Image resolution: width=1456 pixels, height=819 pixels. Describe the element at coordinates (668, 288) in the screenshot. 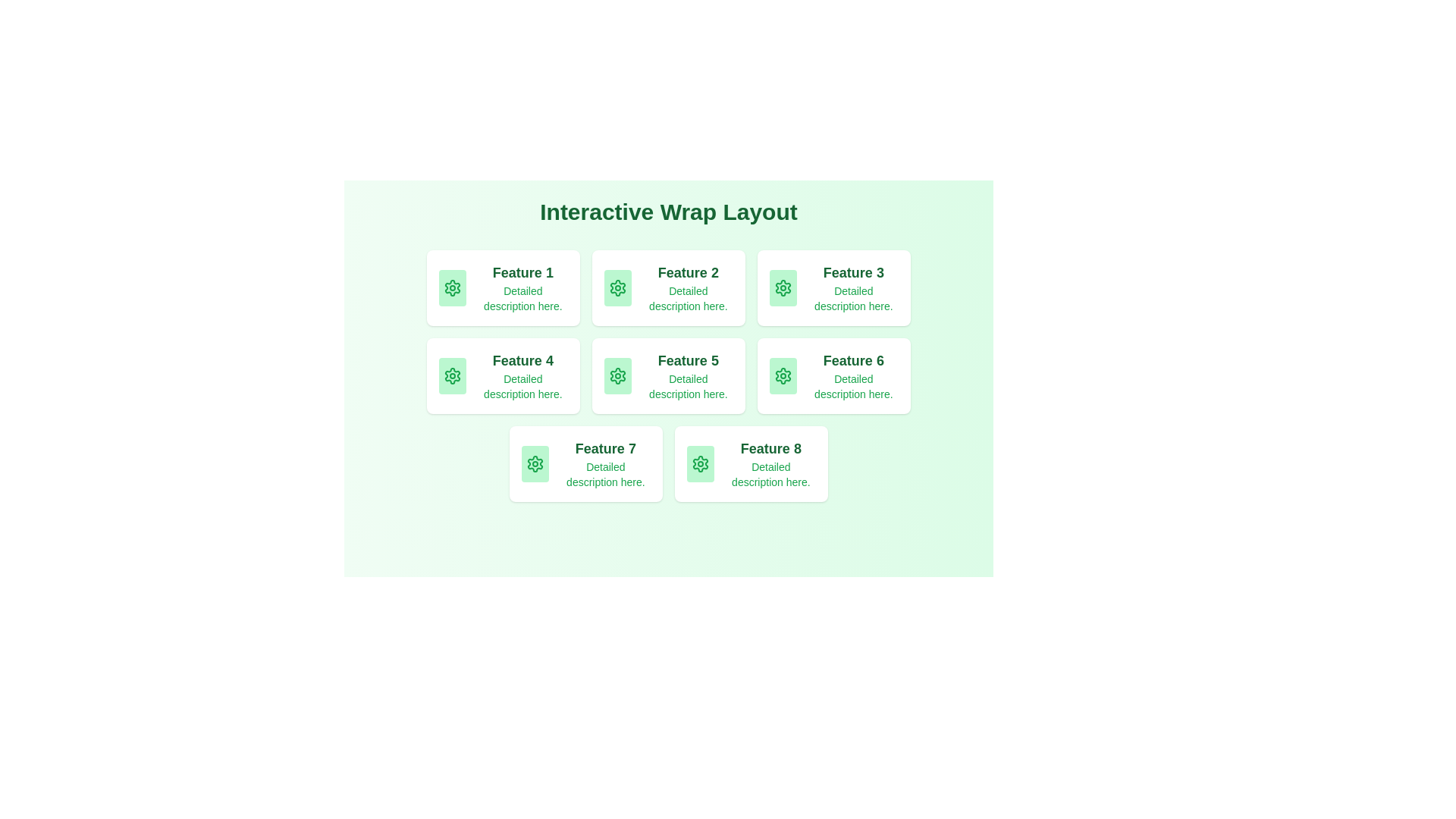

I see `the 'Feature 2' card component, which includes a green icon and the text 'Feature 2', located in the first row and second column of the grid layout` at that location.